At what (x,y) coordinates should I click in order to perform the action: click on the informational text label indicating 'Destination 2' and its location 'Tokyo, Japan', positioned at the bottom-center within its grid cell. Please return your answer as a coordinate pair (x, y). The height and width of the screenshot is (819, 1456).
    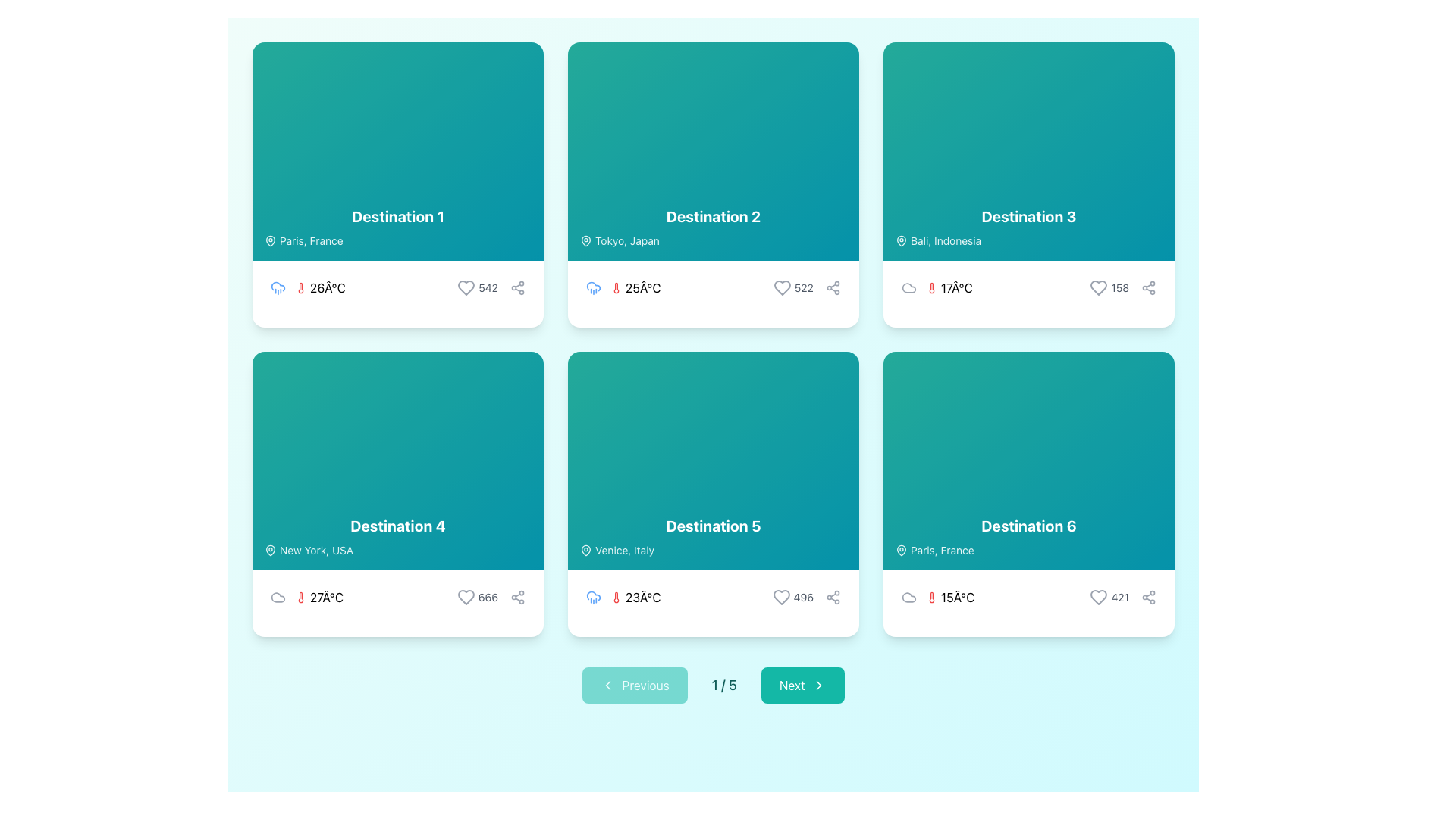
    Looking at the image, I should click on (712, 227).